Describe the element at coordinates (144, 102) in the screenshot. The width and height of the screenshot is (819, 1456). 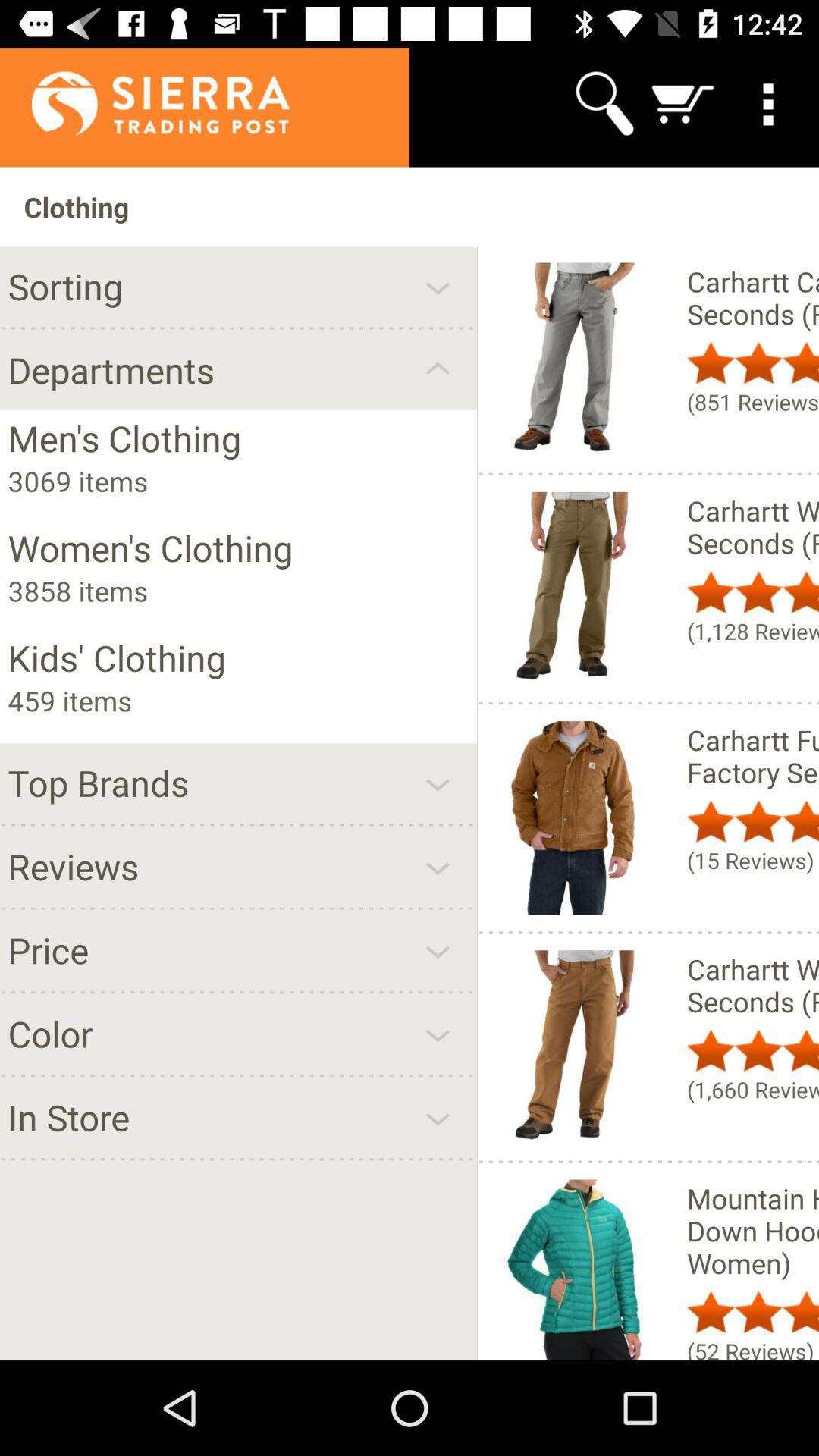
I see `the app above clothing item` at that location.